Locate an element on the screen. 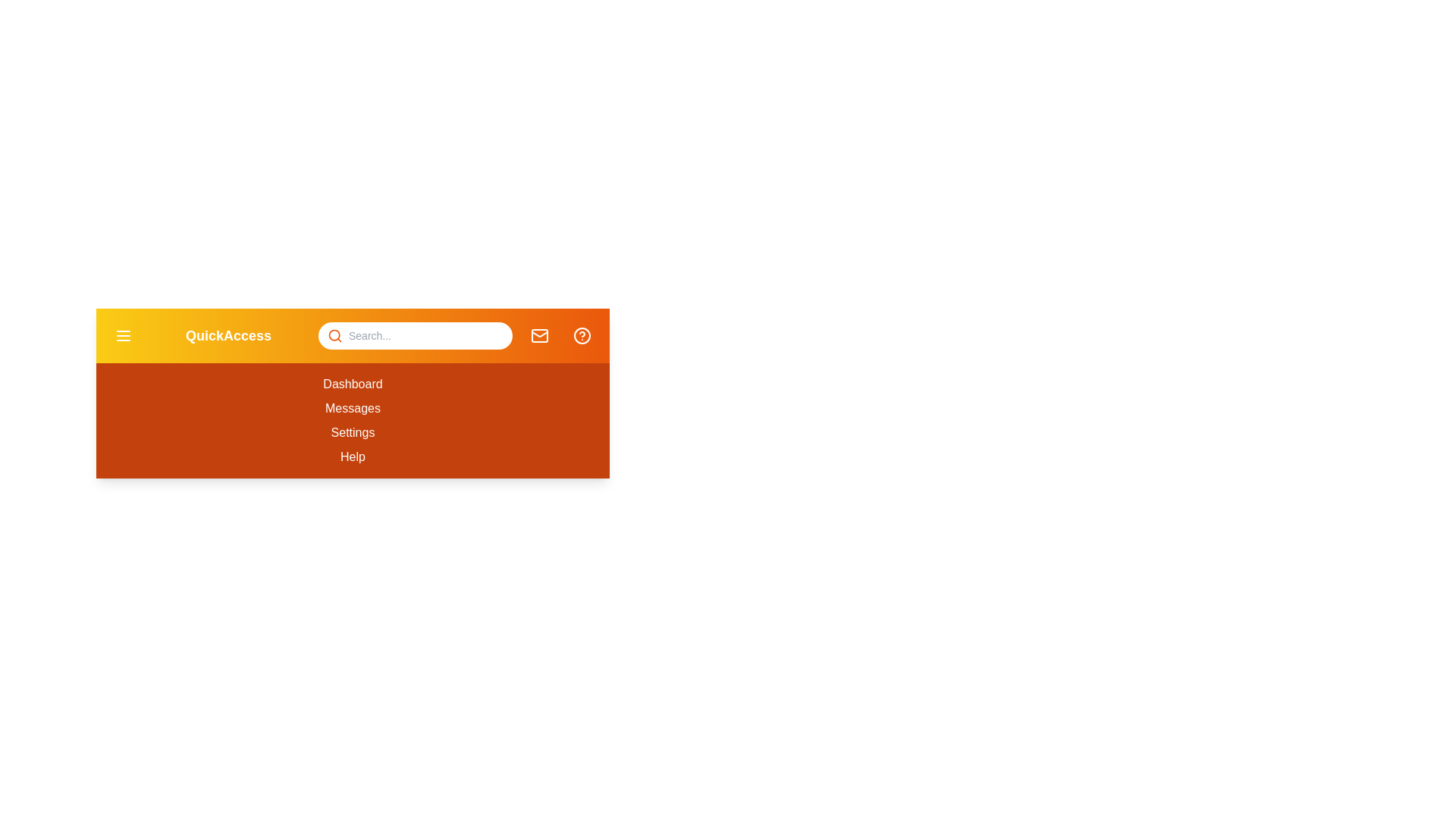 This screenshot has height=819, width=1456. the 'Settings' text link located in the navigation menu beneath 'Messages' is located at coordinates (352, 432).